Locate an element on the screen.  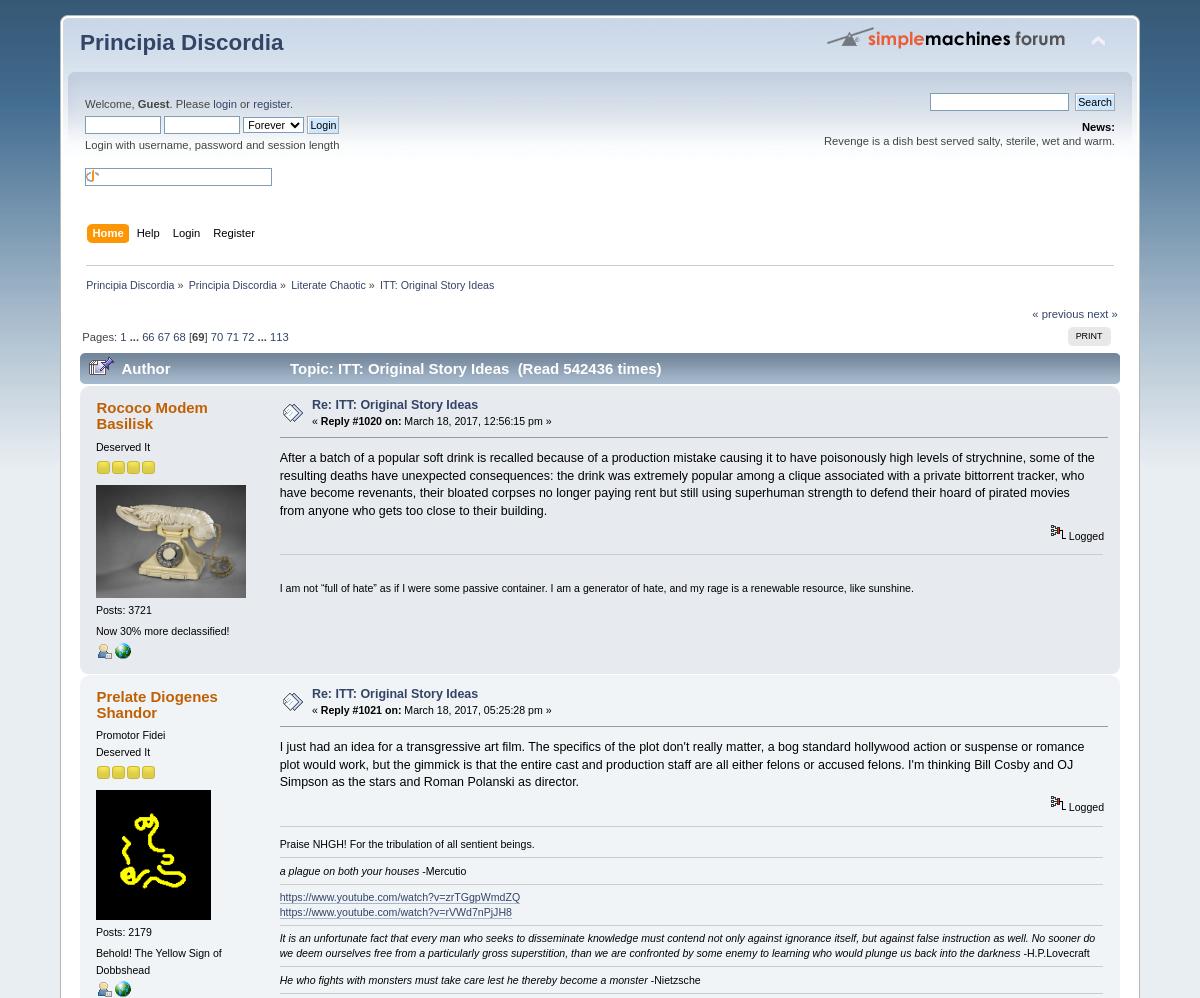
'-H.P.Lovecraft' is located at coordinates (1053, 951).